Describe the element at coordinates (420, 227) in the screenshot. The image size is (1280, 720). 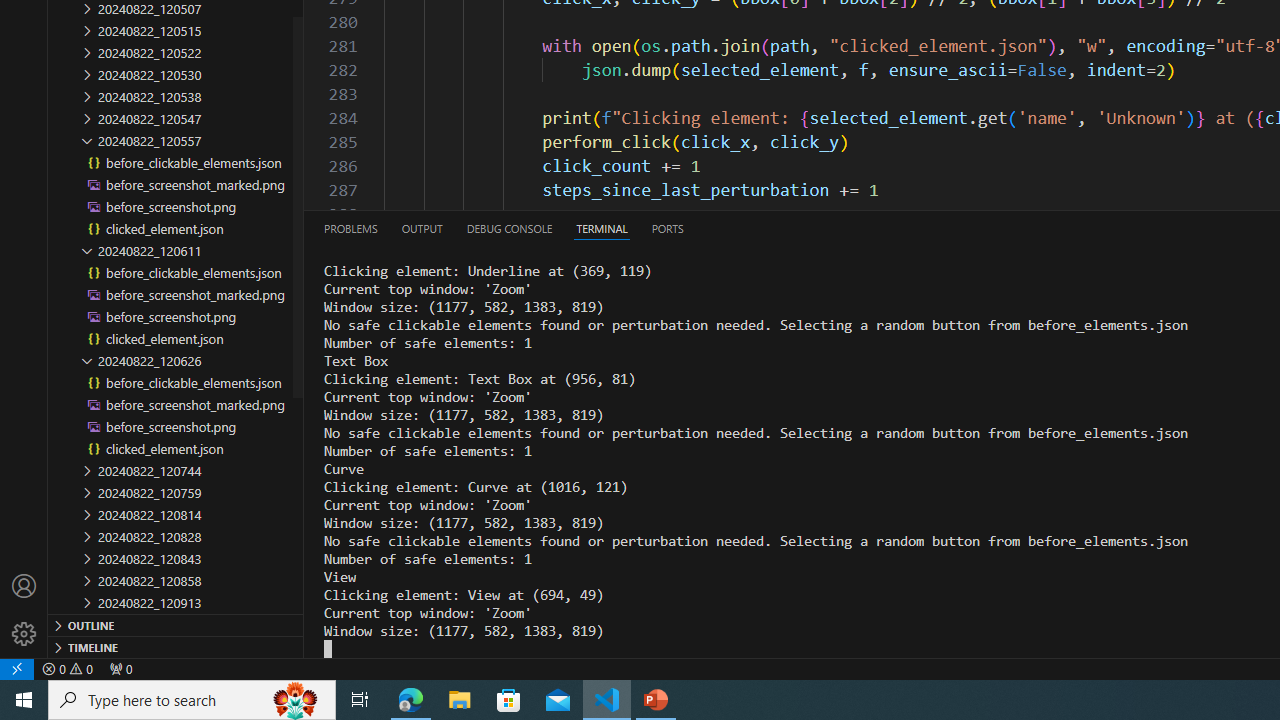
I see `'Output (Ctrl+Shift+U)'` at that location.